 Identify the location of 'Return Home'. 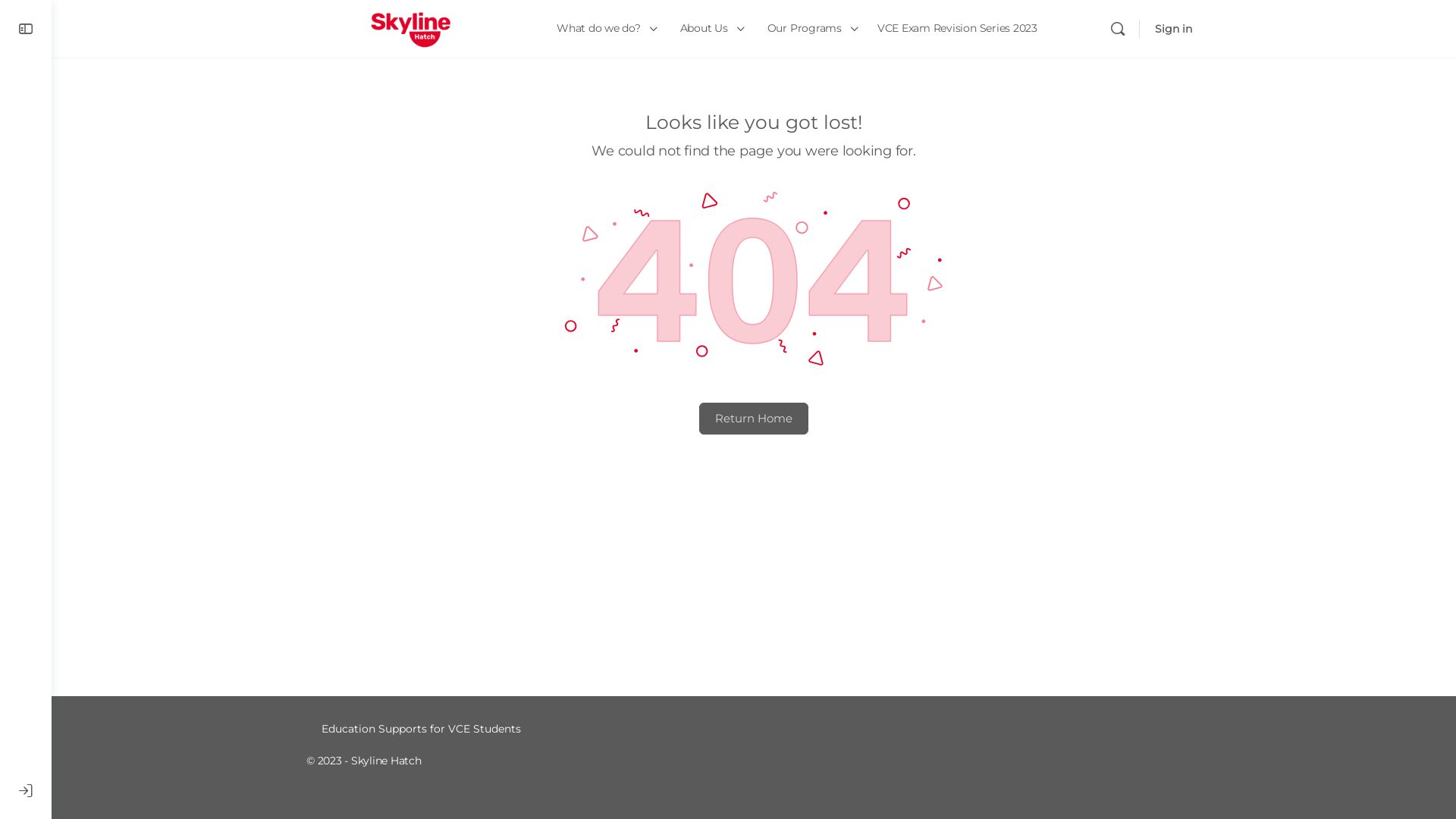
(753, 418).